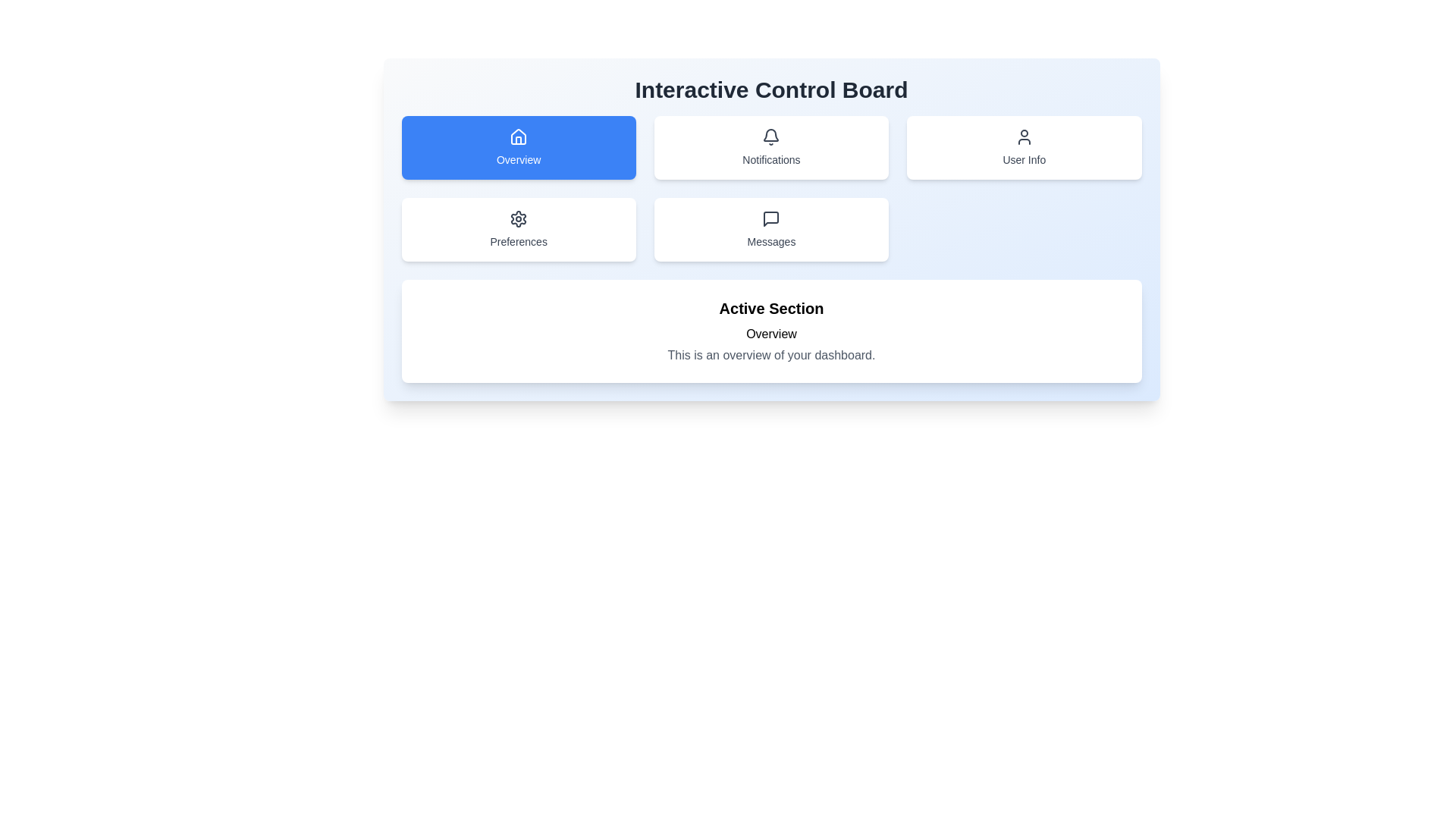 The width and height of the screenshot is (1456, 819). What do you see at coordinates (1024, 148) in the screenshot?
I see `the 'User Info' button, which is a rectangular button with rounded corners, a white background, and an icon of a person above the text 'User Info'` at bounding box center [1024, 148].